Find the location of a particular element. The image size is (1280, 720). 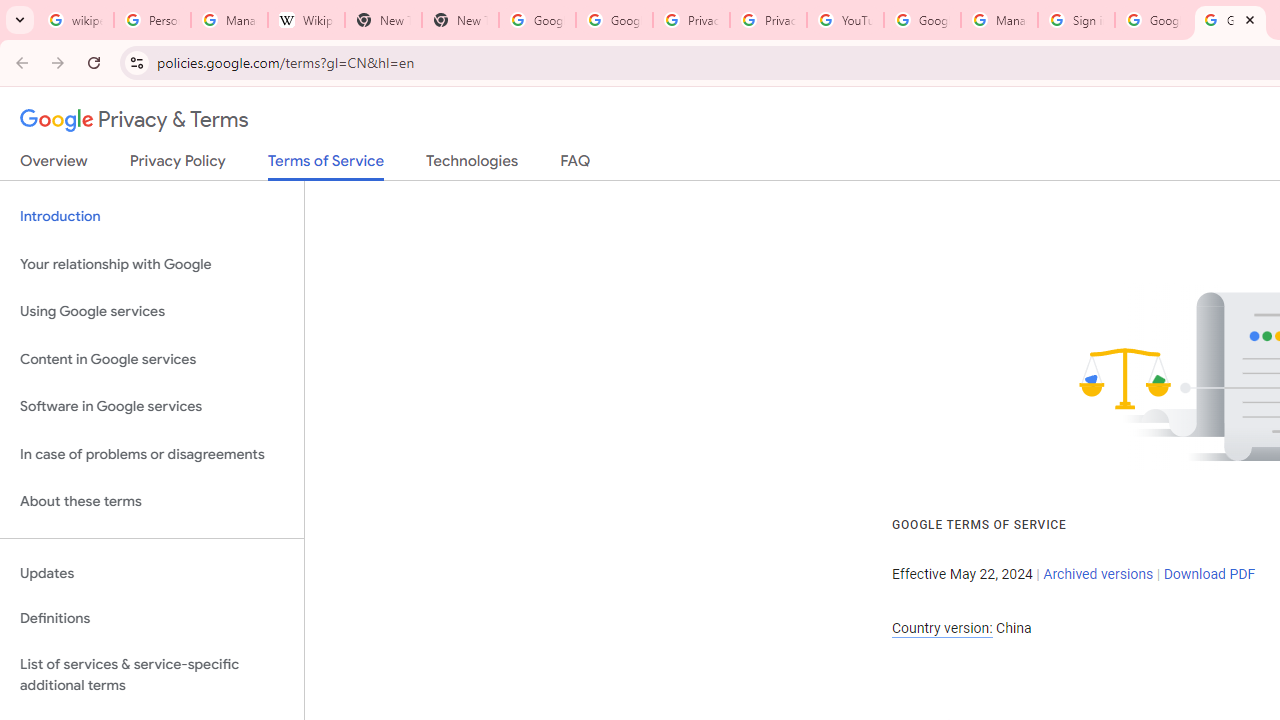

'Personalization & Google Search results - Google Search Help' is located at coordinates (151, 20).